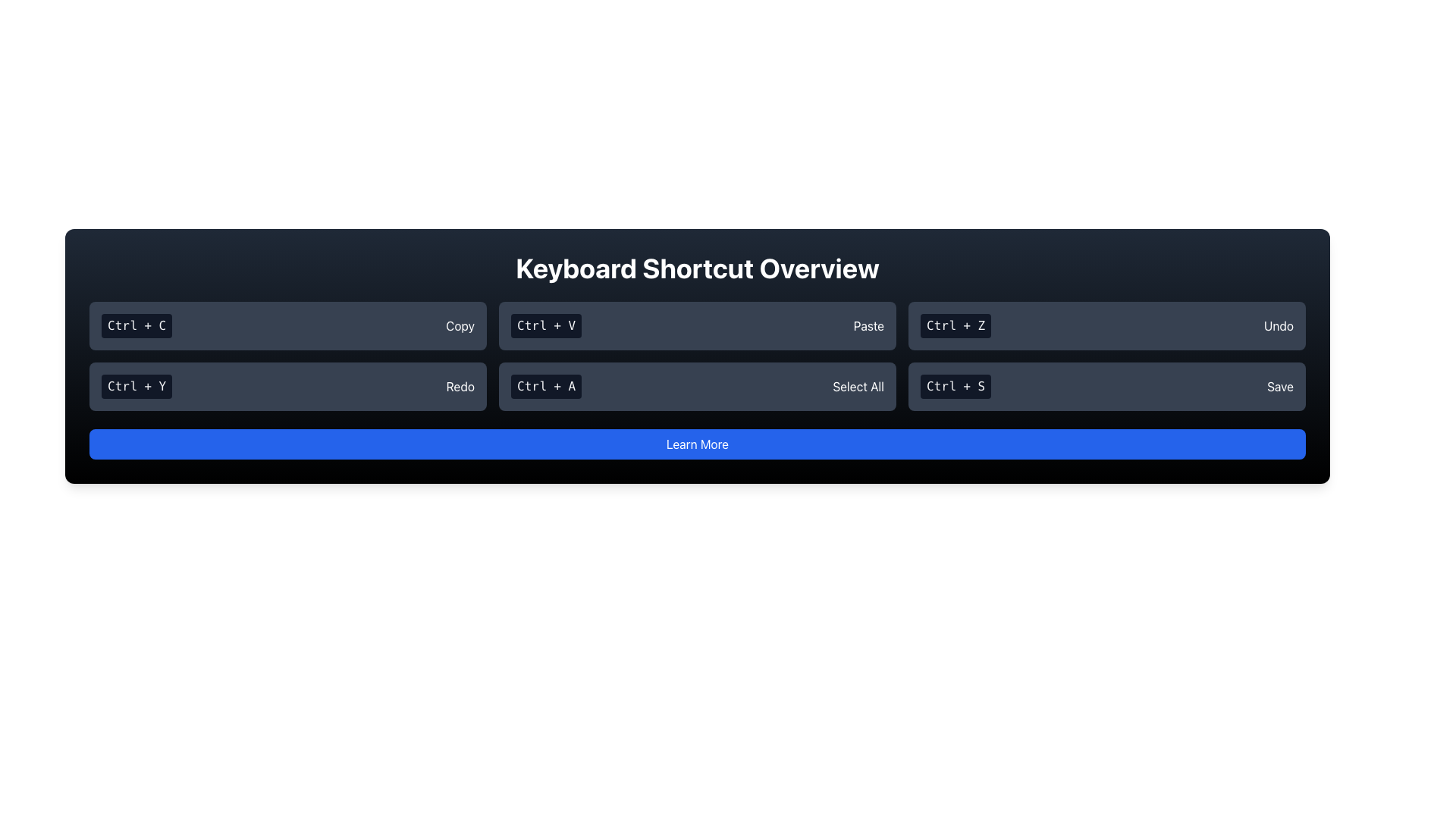  Describe the element at coordinates (287, 385) in the screenshot. I see `the visual content of the keyboard shortcut representation for 'Ctrl + Y' located in the second row and first column of the grid layout` at that location.